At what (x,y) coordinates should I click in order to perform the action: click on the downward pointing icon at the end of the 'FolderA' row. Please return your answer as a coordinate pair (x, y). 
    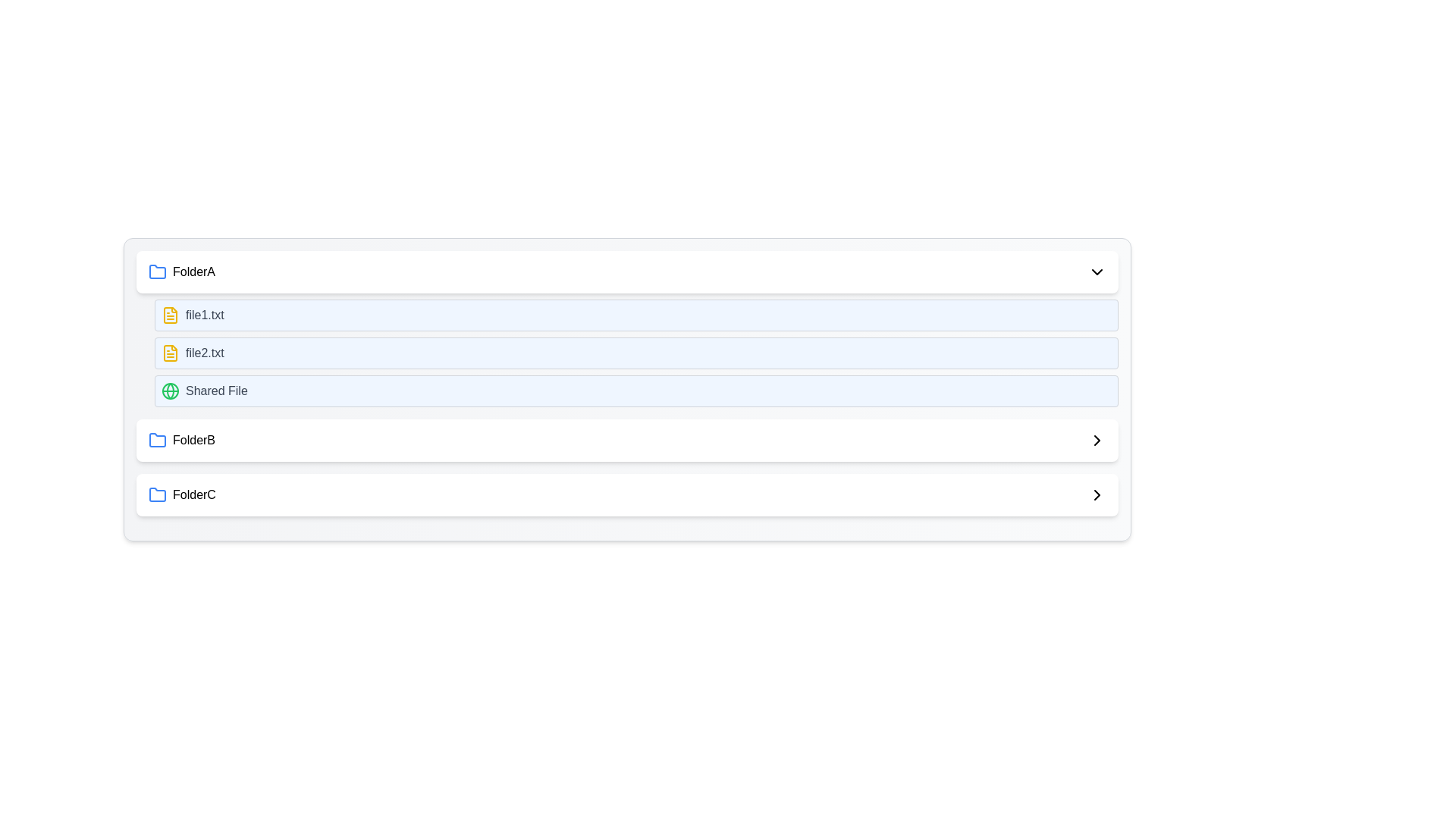
    Looking at the image, I should click on (1097, 271).